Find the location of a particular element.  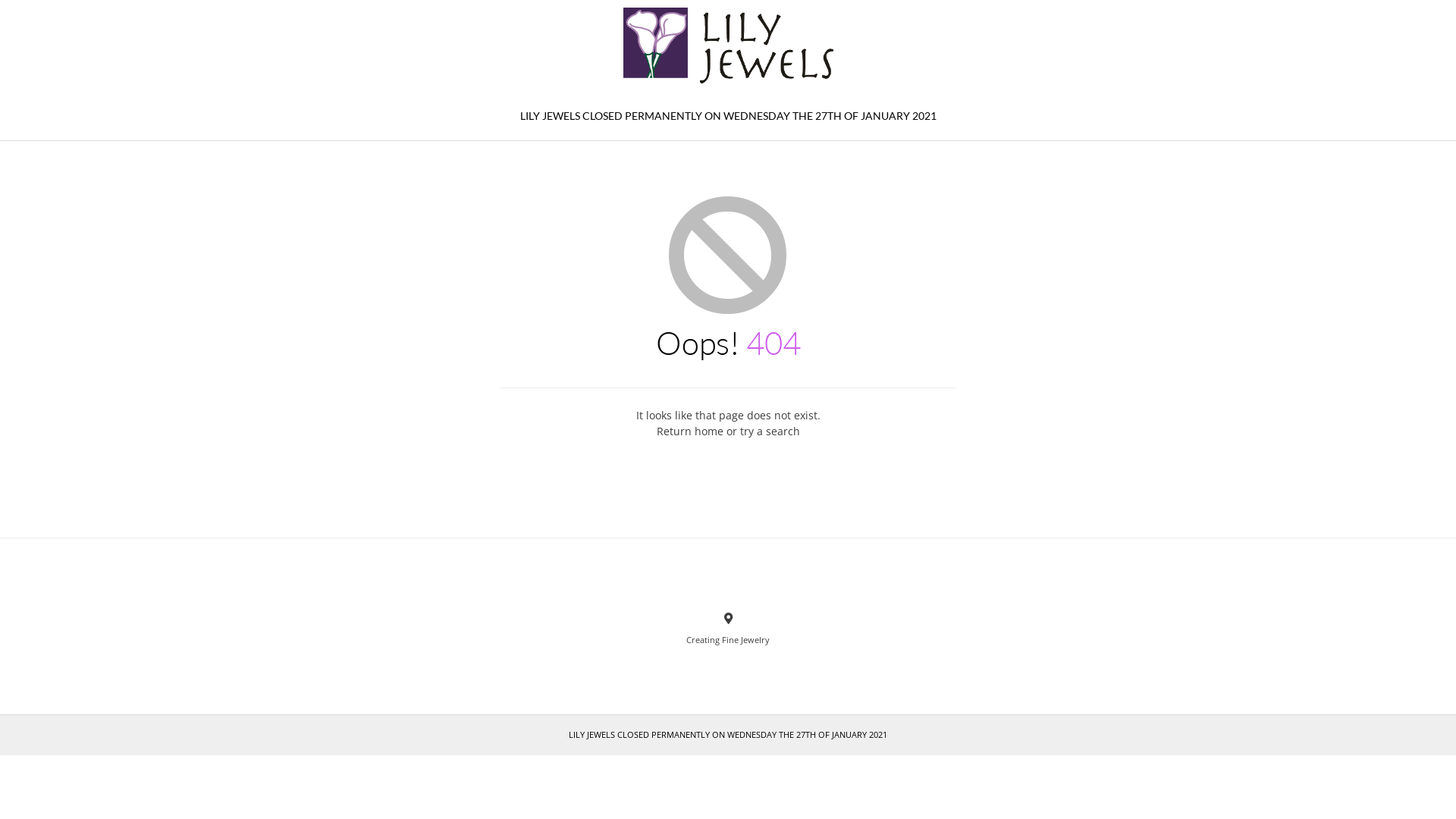

'Lily Jewels Paddington' is located at coordinates (728, 45).